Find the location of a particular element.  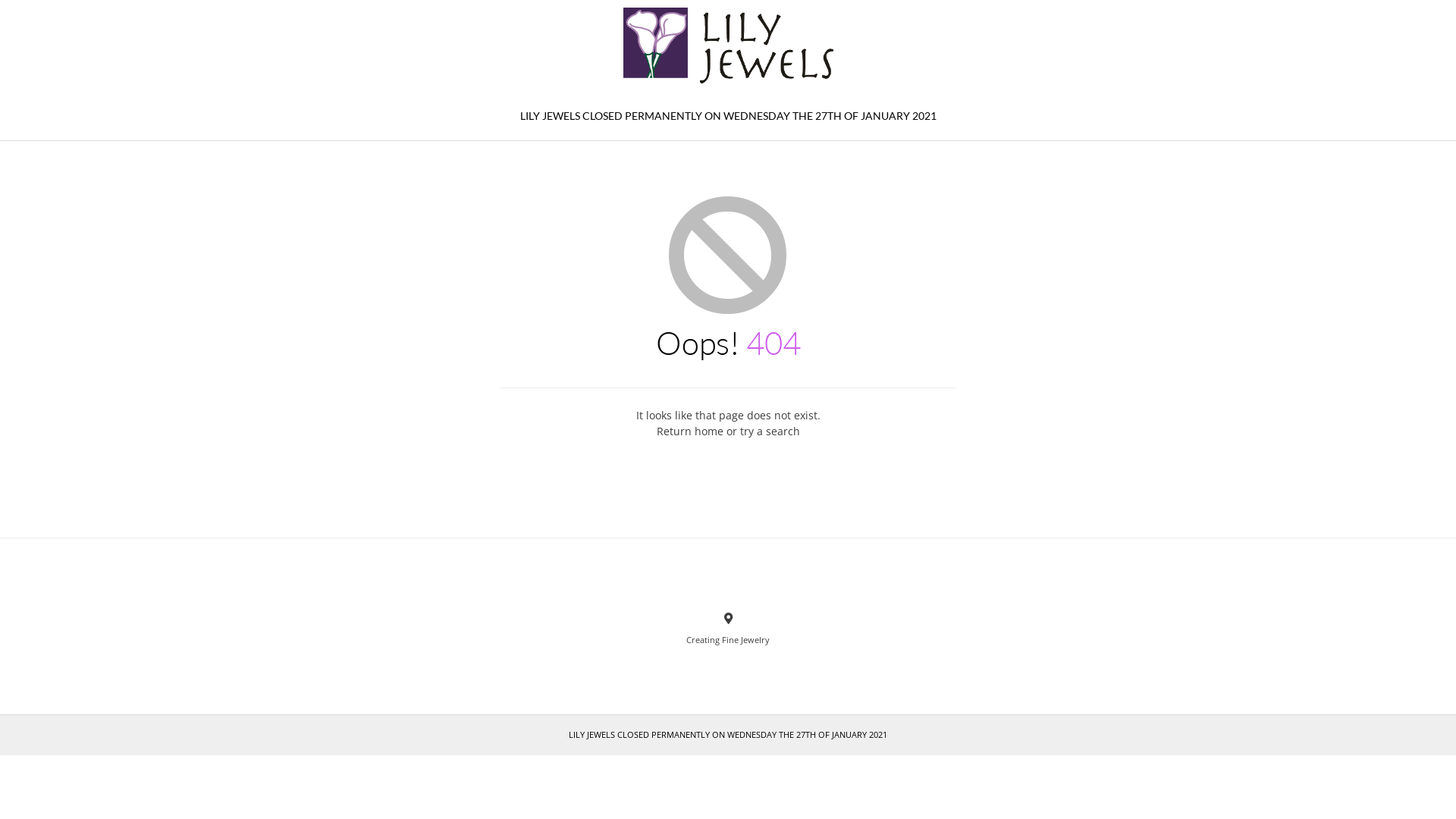

'Lily Jewels Paddington' is located at coordinates (728, 45).